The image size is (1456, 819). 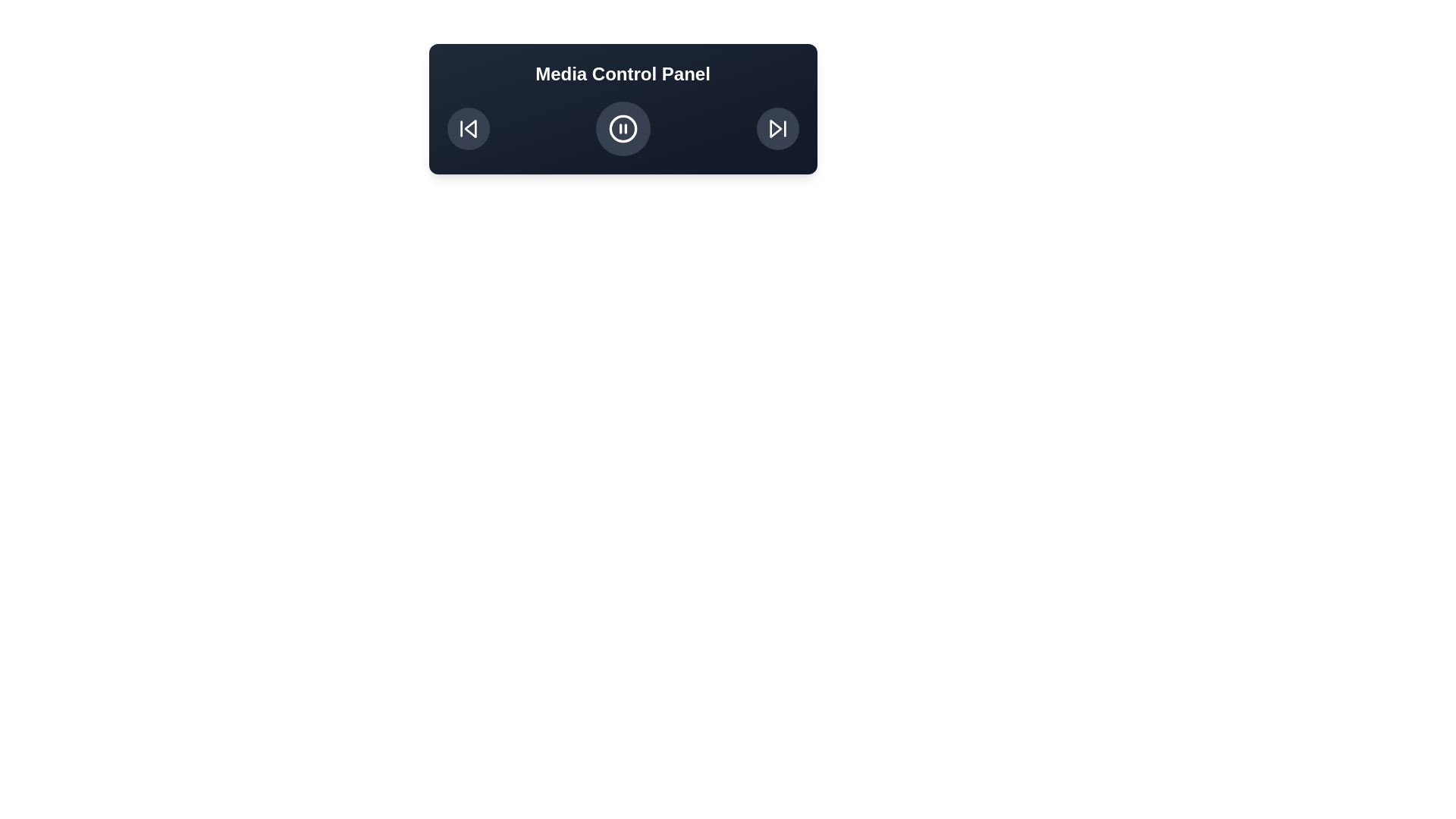 I want to click on the 'Previous Track' button located in the control panel, so click(x=467, y=127).